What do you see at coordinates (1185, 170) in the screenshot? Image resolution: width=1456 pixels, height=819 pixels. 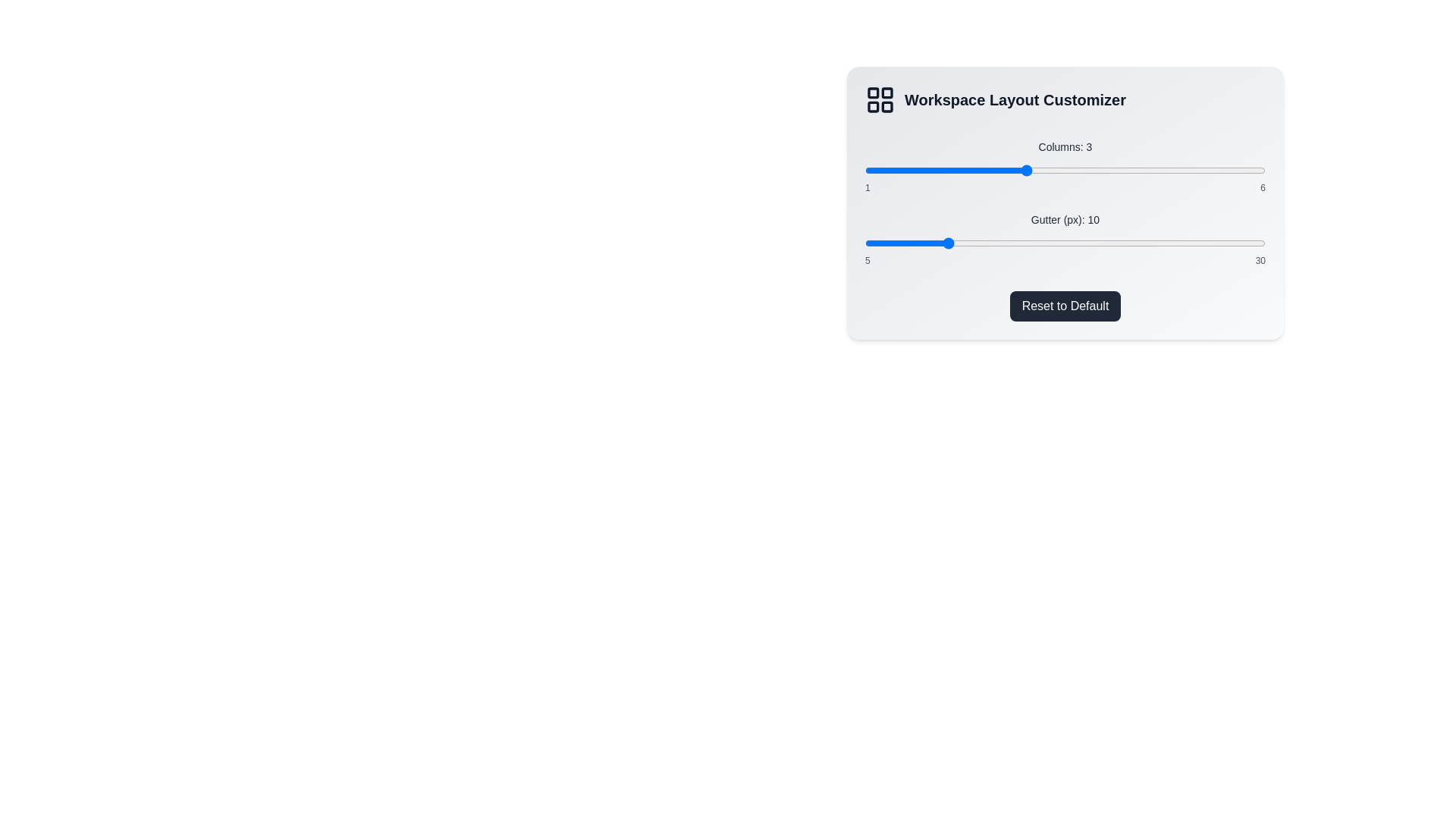 I see `the slider to set the value to 5` at bounding box center [1185, 170].